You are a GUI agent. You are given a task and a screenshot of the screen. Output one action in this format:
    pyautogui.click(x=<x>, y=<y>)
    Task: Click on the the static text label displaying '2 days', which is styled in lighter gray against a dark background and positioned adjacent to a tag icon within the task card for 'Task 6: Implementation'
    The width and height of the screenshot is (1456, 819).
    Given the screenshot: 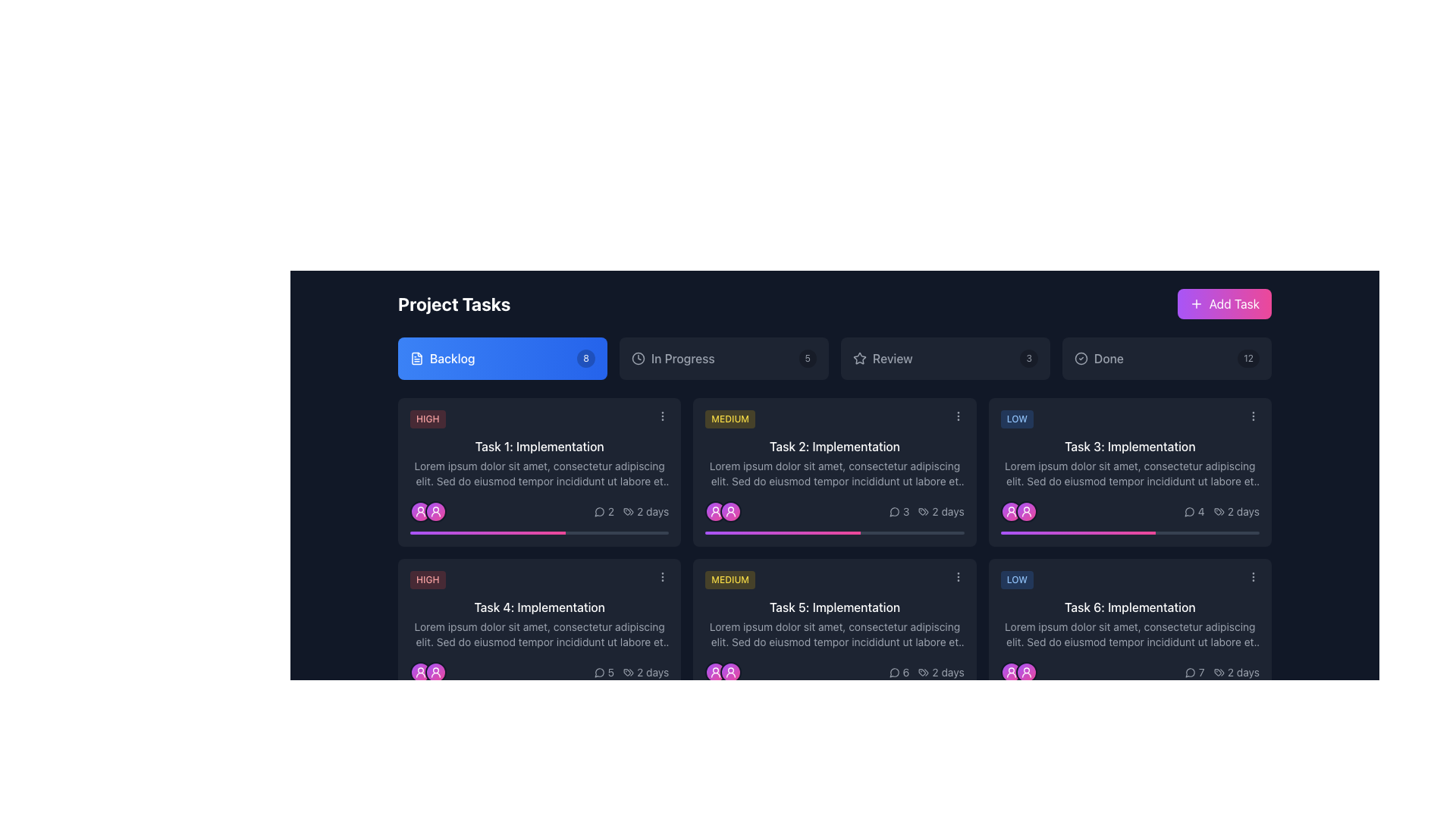 What is the action you would take?
    pyautogui.click(x=1243, y=672)
    